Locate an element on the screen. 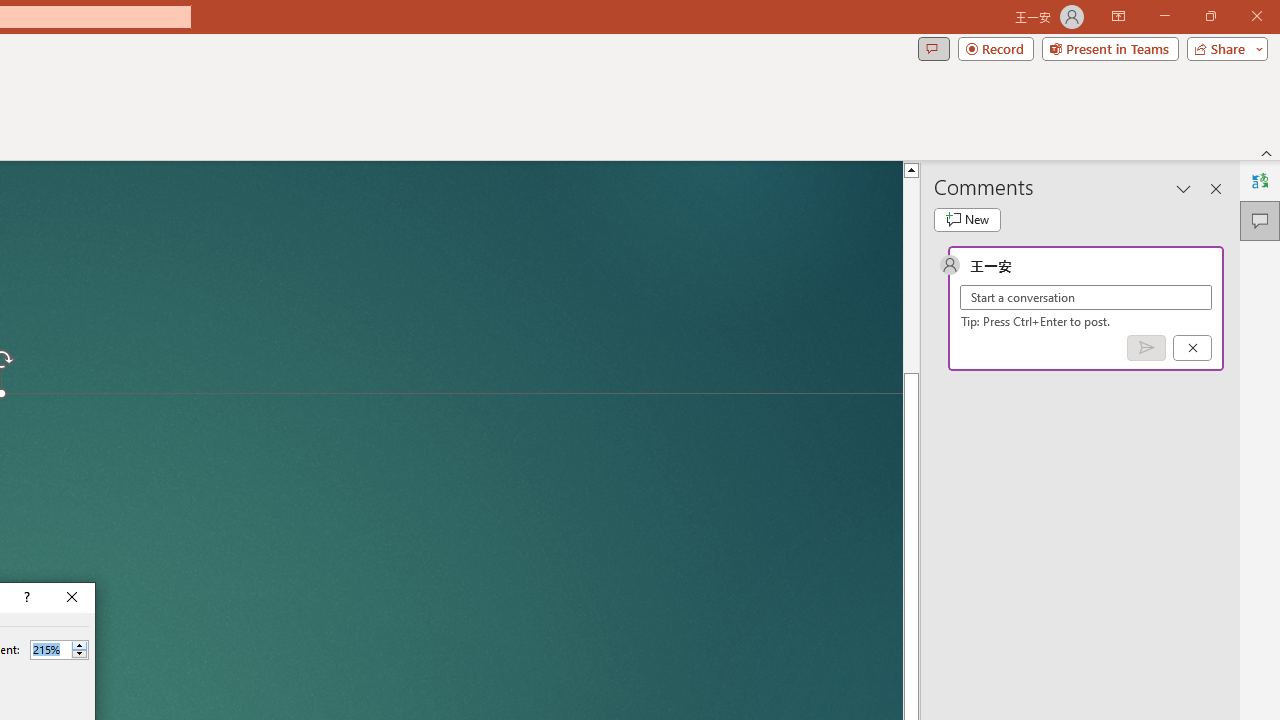  'Cancel' is located at coordinates (1192, 346).